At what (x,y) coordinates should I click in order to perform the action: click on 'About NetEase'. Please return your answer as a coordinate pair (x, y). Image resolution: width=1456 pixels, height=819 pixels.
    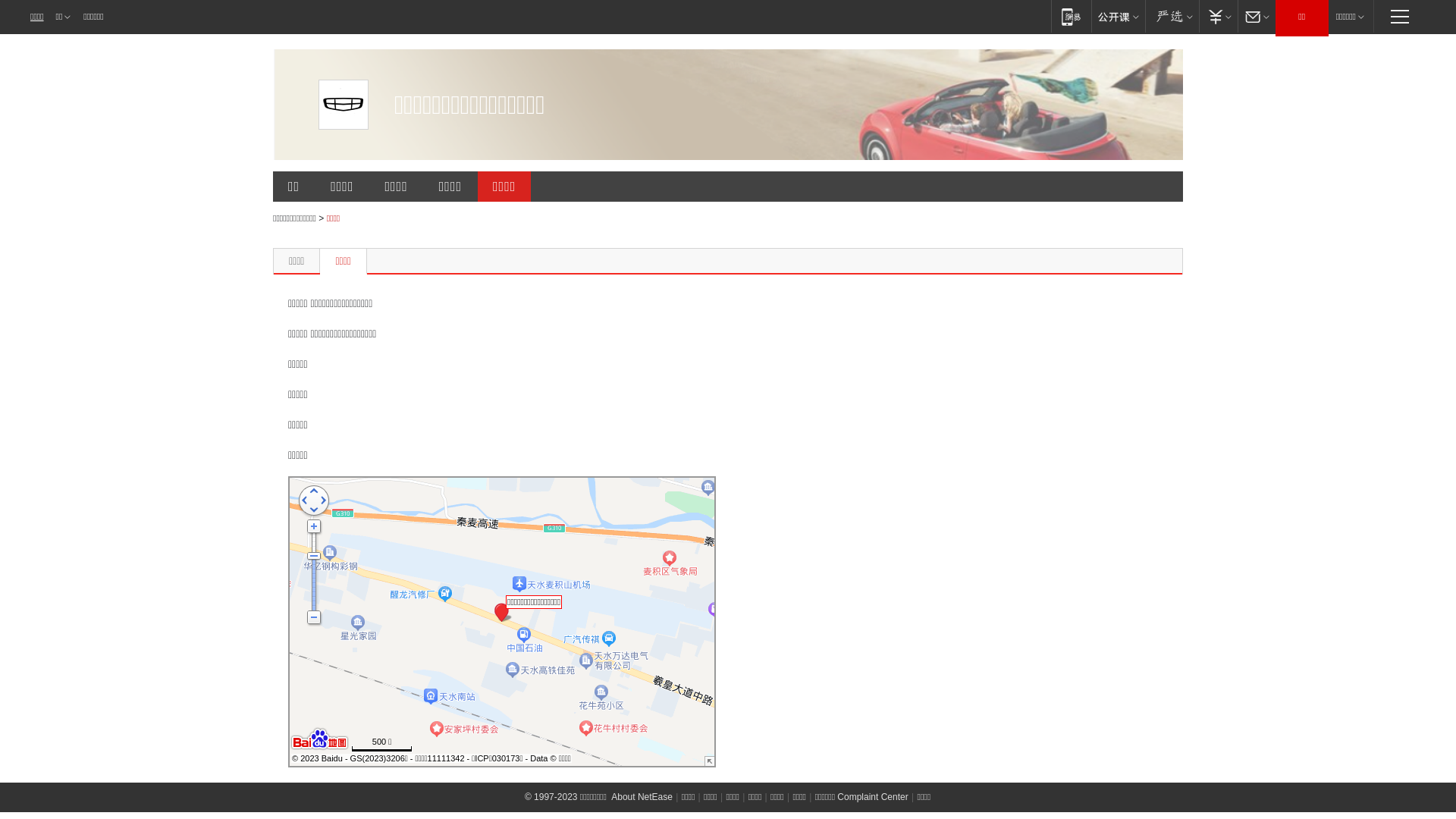
    Looking at the image, I should click on (642, 795).